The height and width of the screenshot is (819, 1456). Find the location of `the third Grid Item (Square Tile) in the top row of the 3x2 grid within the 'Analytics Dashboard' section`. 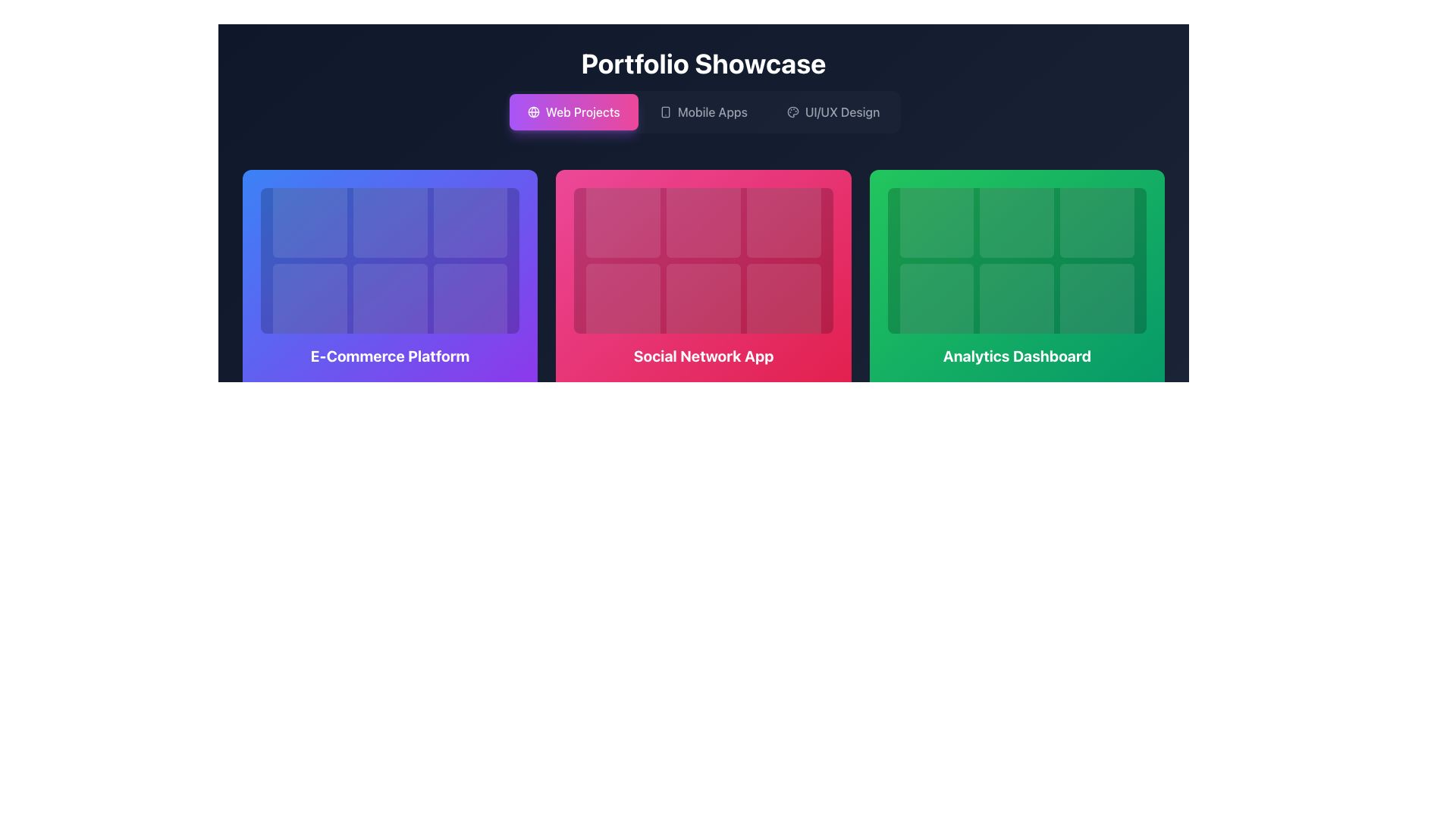

the third Grid Item (Square Tile) in the top row of the 3x2 grid within the 'Analytics Dashboard' section is located at coordinates (1097, 221).